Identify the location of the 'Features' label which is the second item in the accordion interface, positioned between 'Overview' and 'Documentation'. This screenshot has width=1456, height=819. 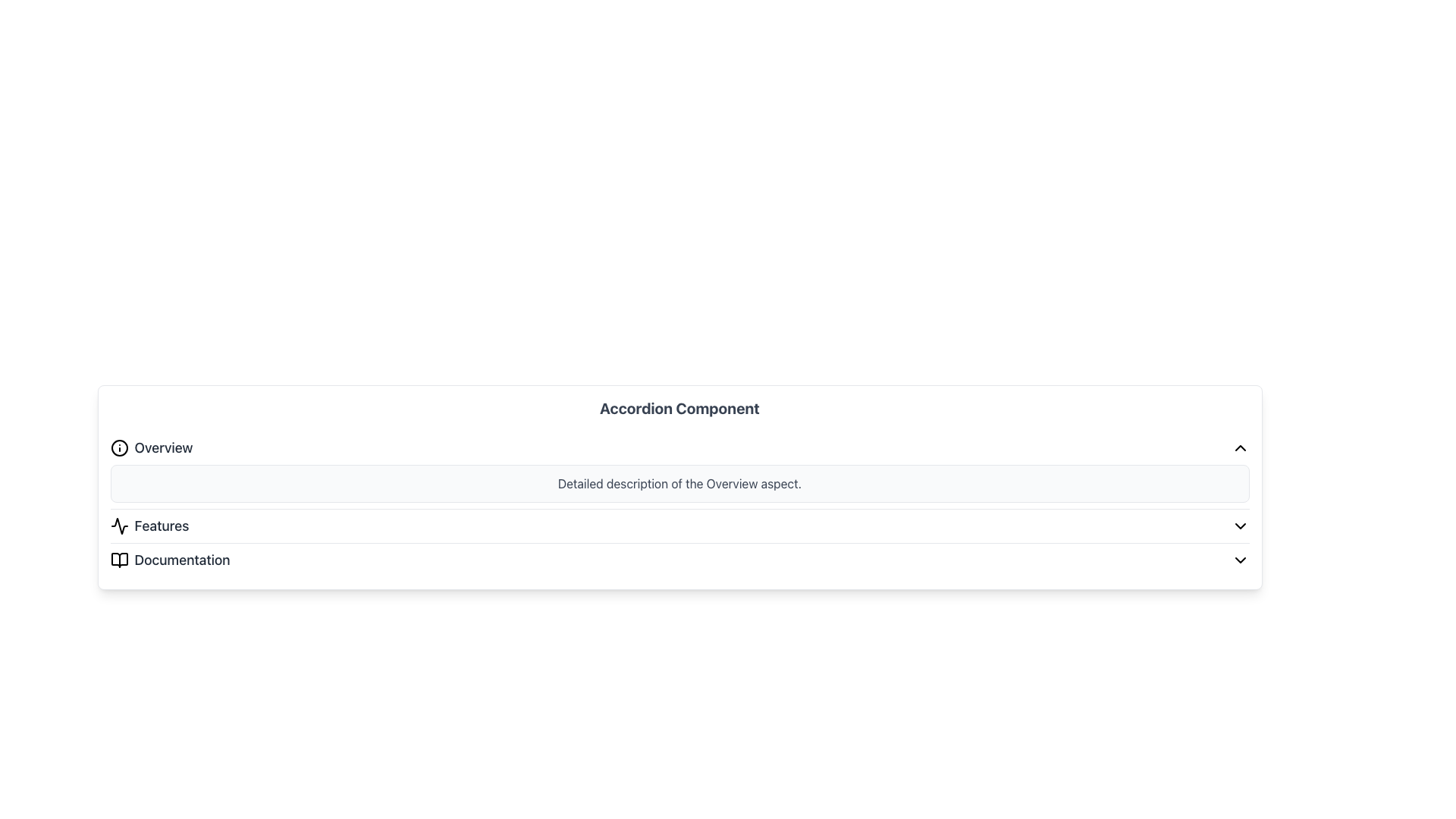
(149, 526).